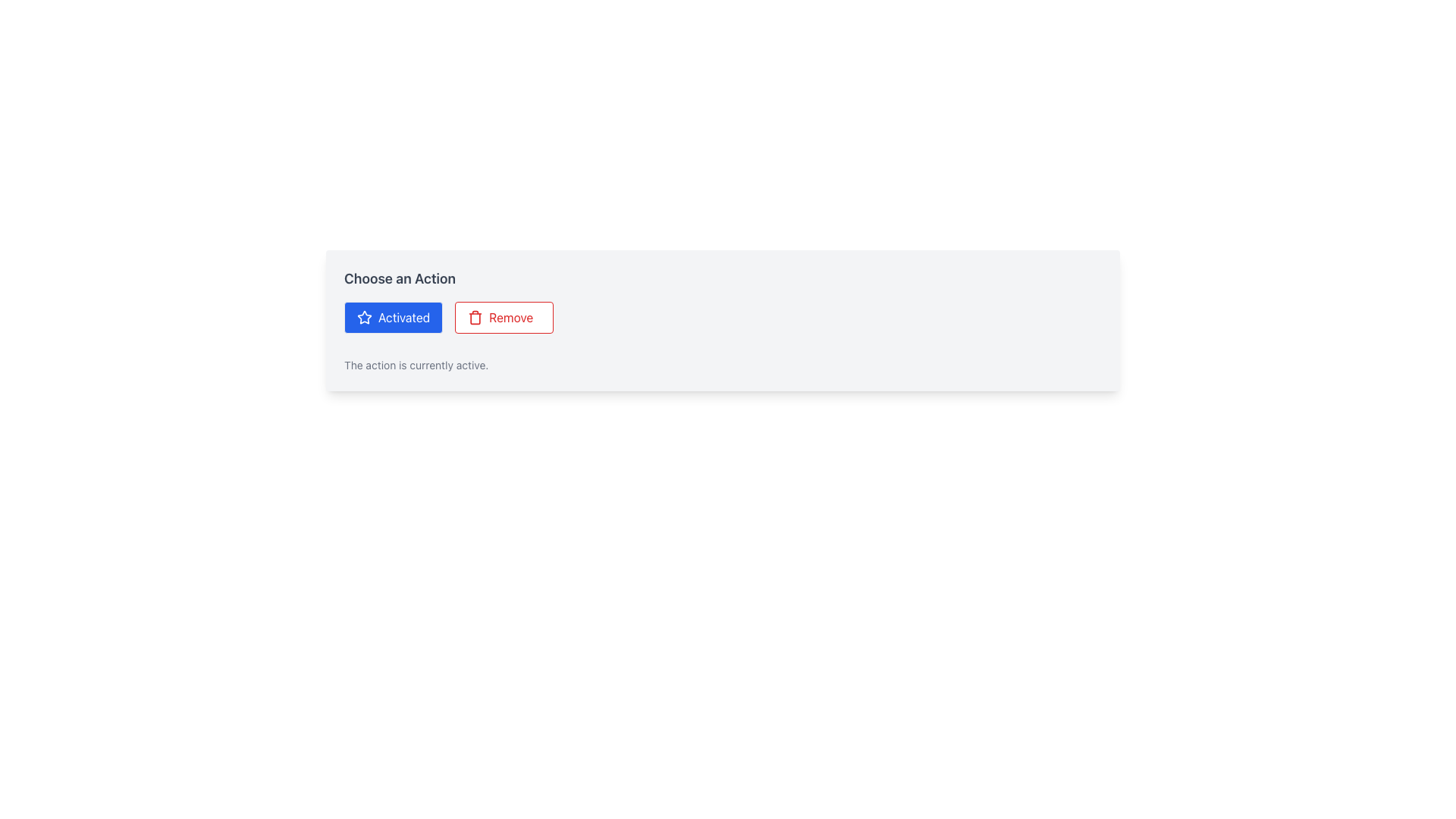 The image size is (1456, 819). I want to click on the 'Remove' button, which is the second button in a grid layout with a red color theme and a trash bin icon, so click(504, 317).